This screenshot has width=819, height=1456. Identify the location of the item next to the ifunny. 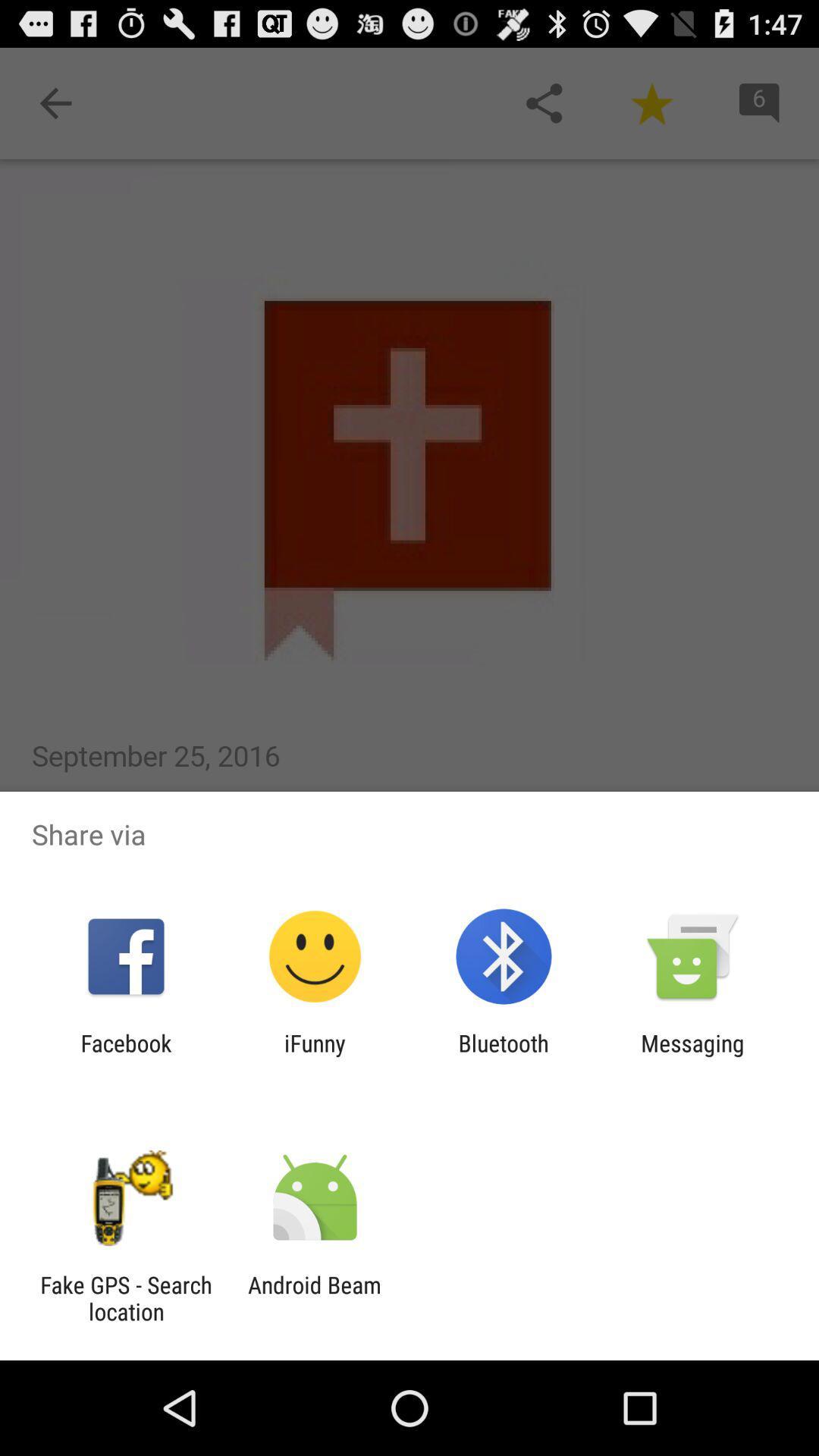
(125, 1056).